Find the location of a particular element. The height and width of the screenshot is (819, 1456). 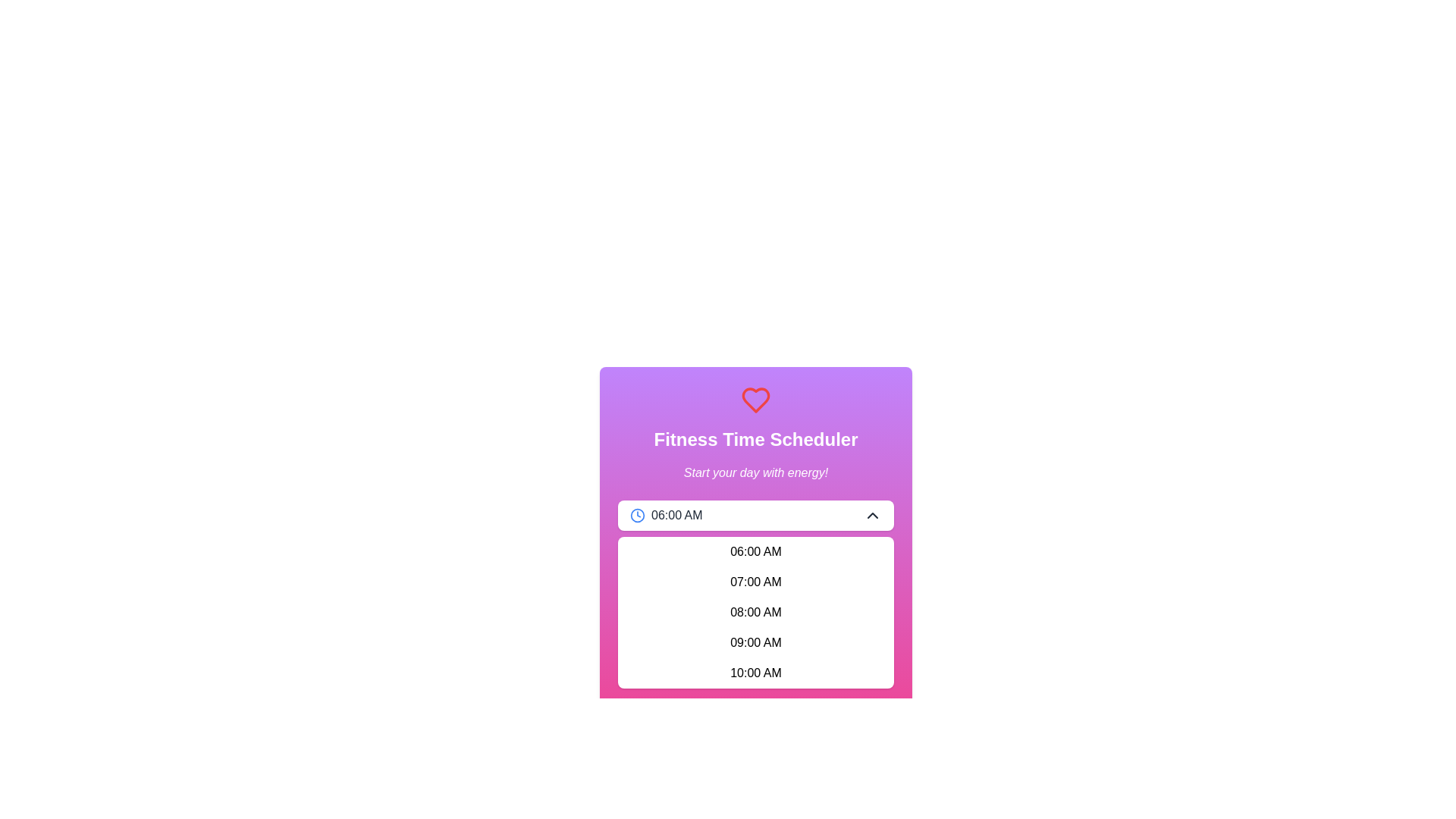

the list item displaying the time '08:00 AM' in the dropdown scheduling interface, which is the third item in the list is located at coordinates (756, 611).